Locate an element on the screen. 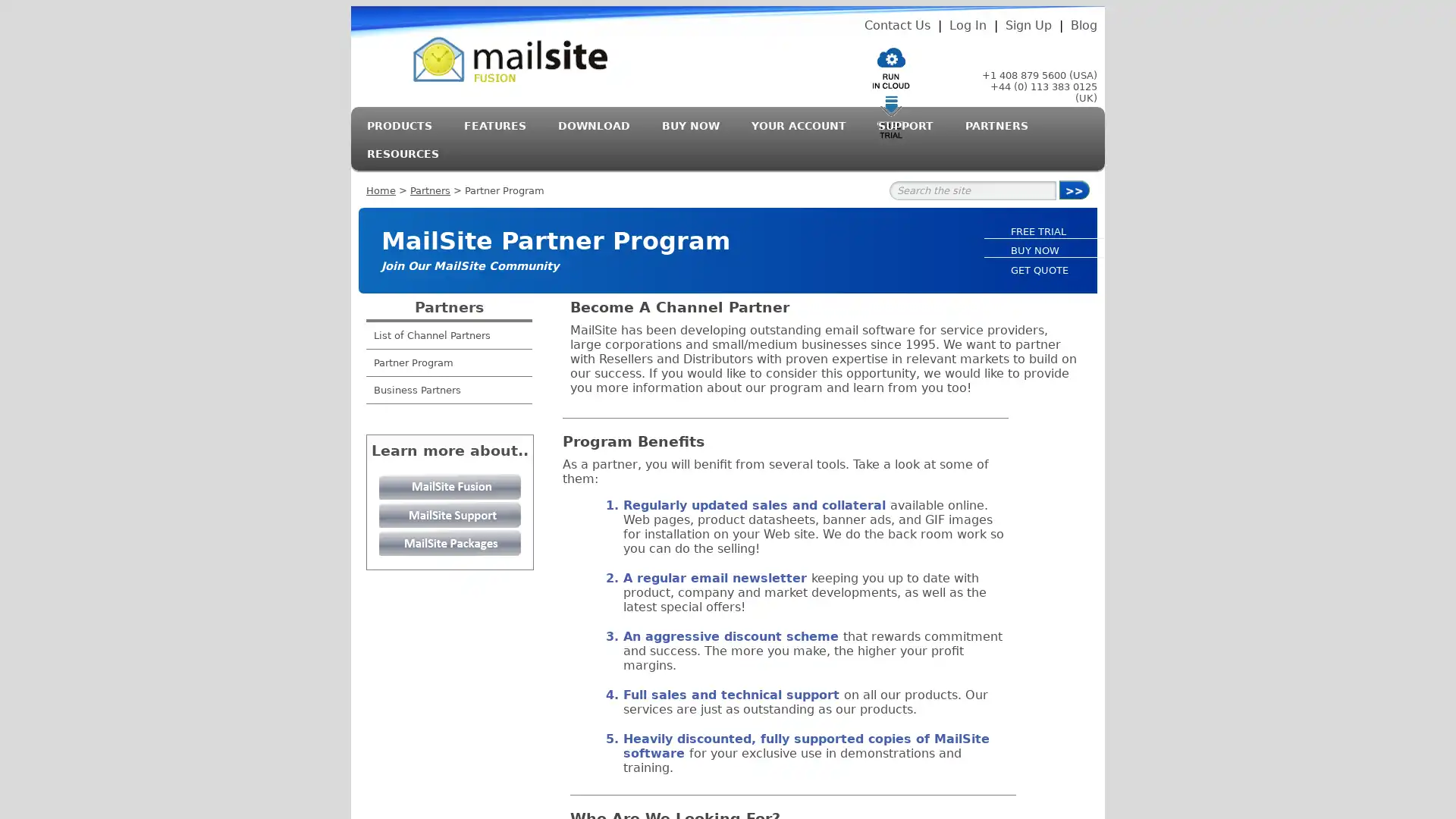  >> is located at coordinates (1073, 189).